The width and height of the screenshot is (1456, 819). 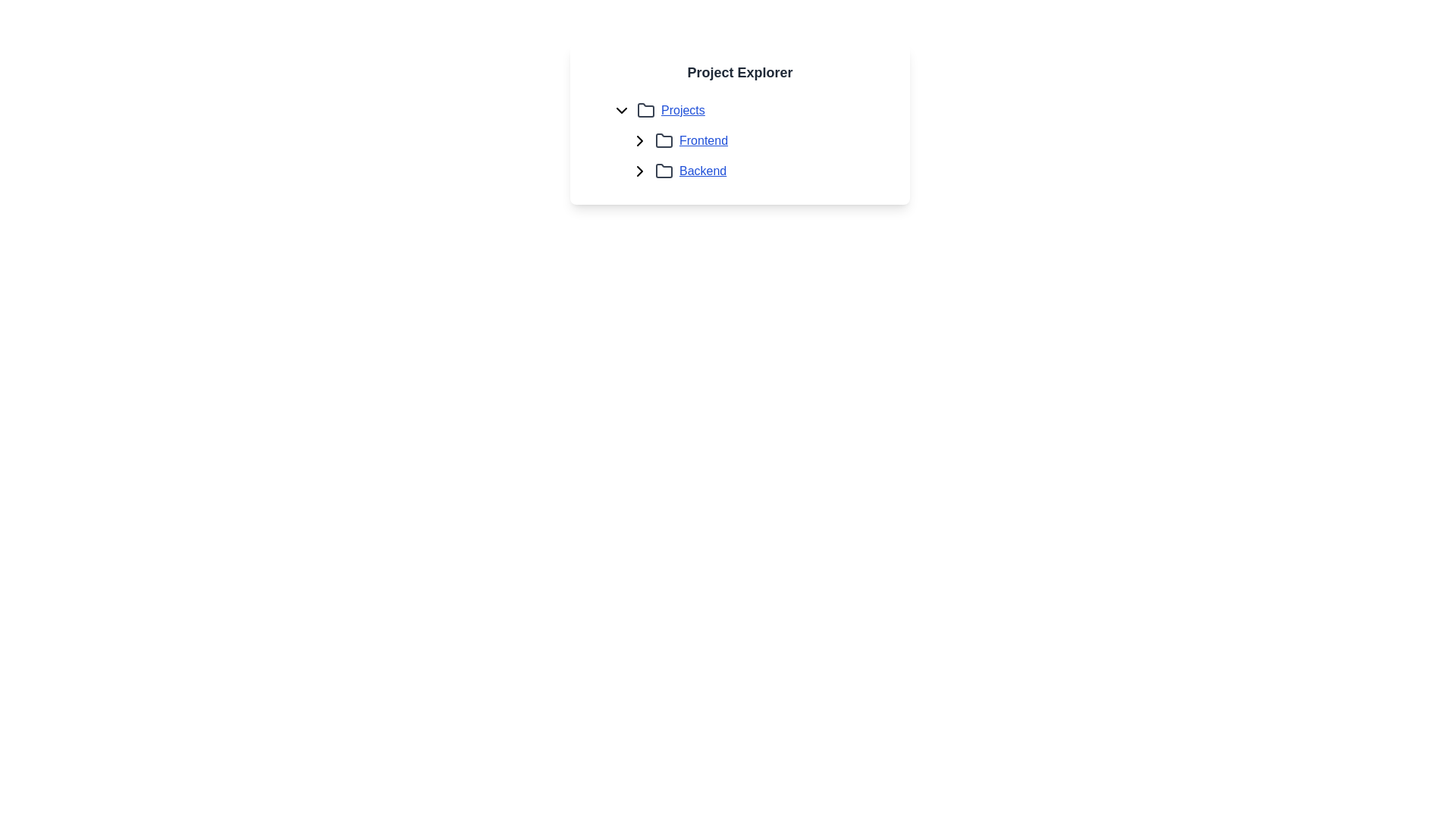 What do you see at coordinates (664, 171) in the screenshot?
I see `the folder icon that represents the 'Backend' section in the project explorer interface` at bounding box center [664, 171].